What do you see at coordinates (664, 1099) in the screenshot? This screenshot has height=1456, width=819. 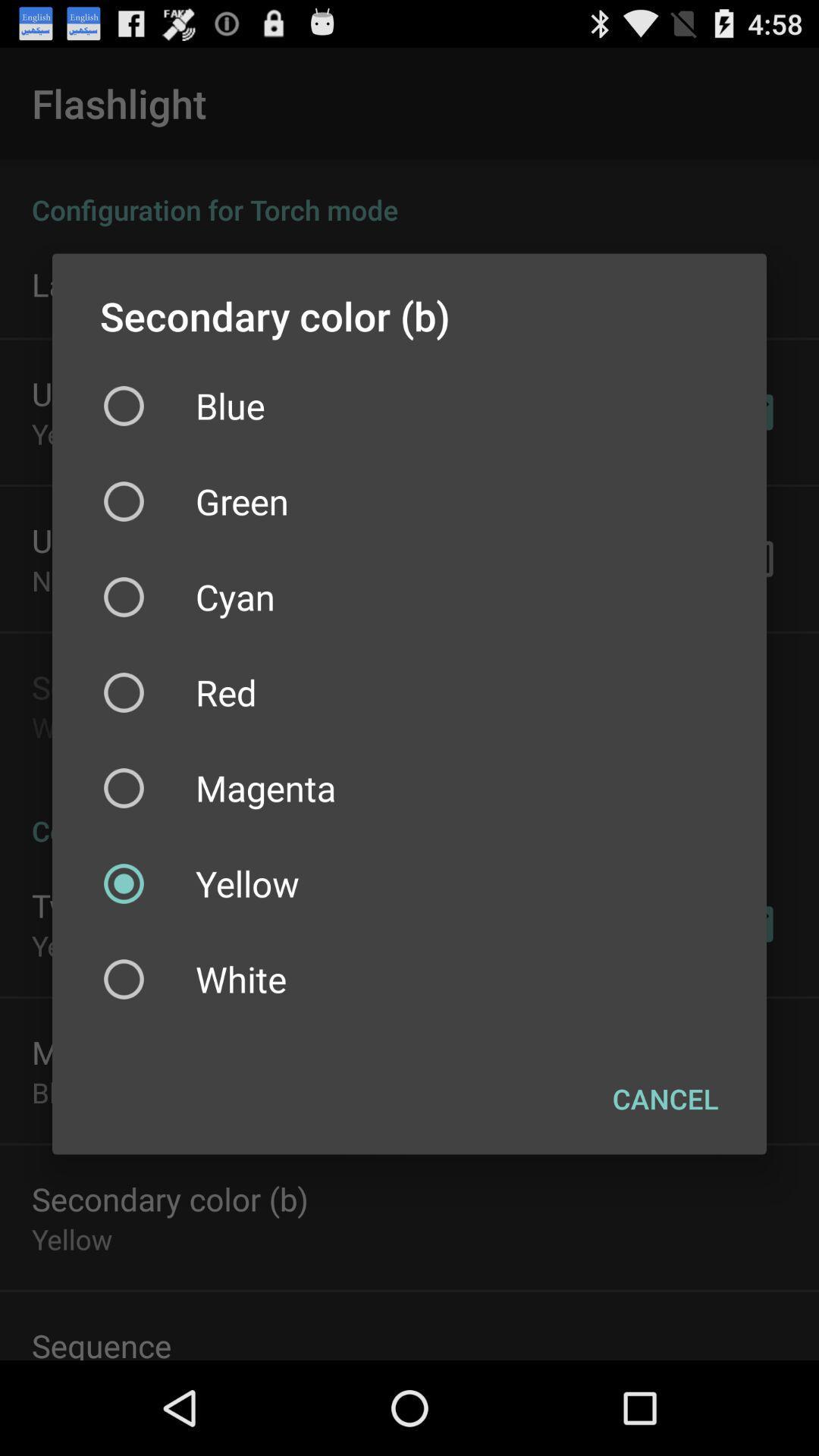 I see `item at the bottom right corner` at bounding box center [664, 1099].